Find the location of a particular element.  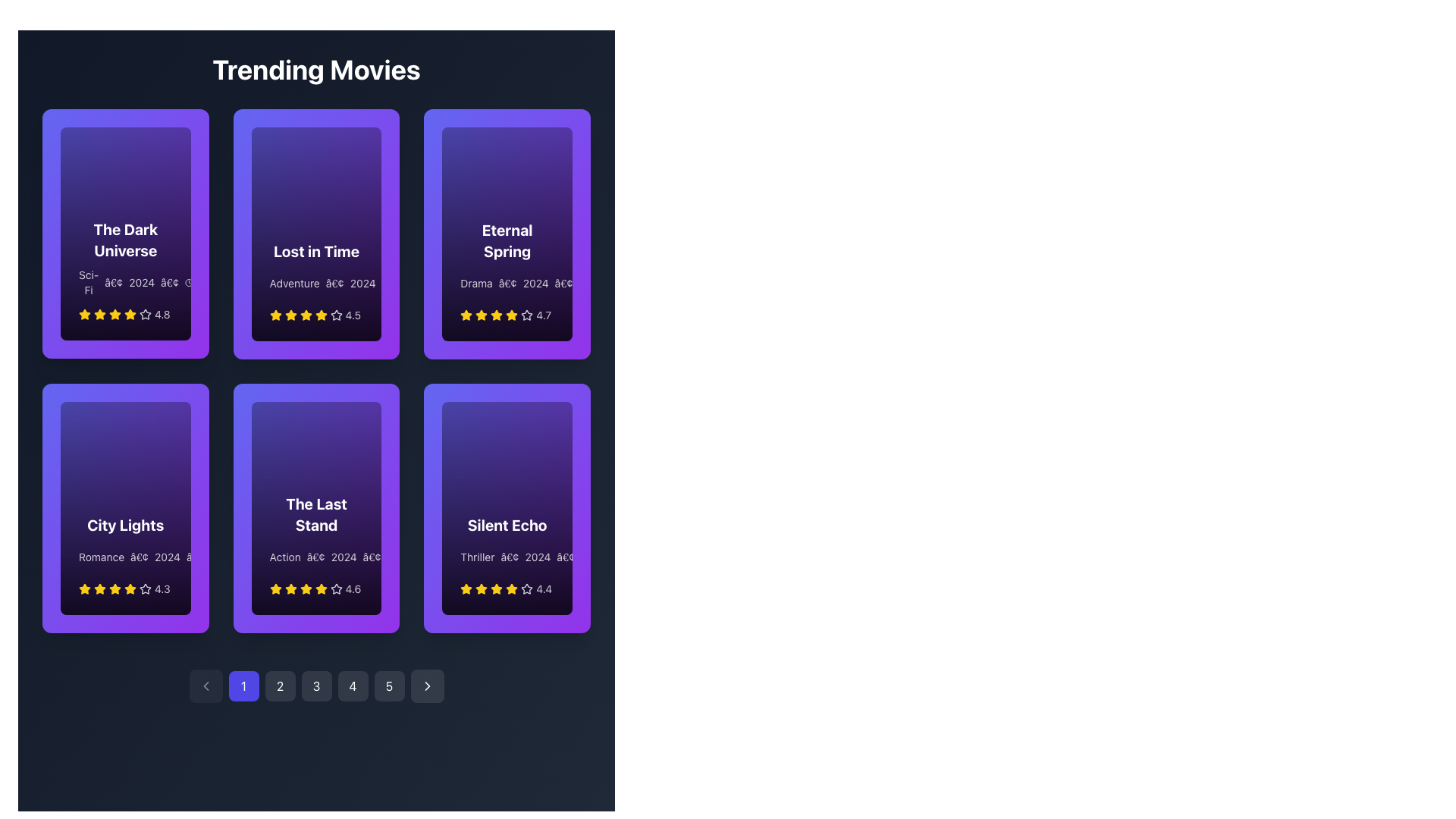

the fourth star-shaped icon in the rating section of the 'City Lights' card located in the second row under the 'Trending Movies' section is located at coordinates (146, 588).